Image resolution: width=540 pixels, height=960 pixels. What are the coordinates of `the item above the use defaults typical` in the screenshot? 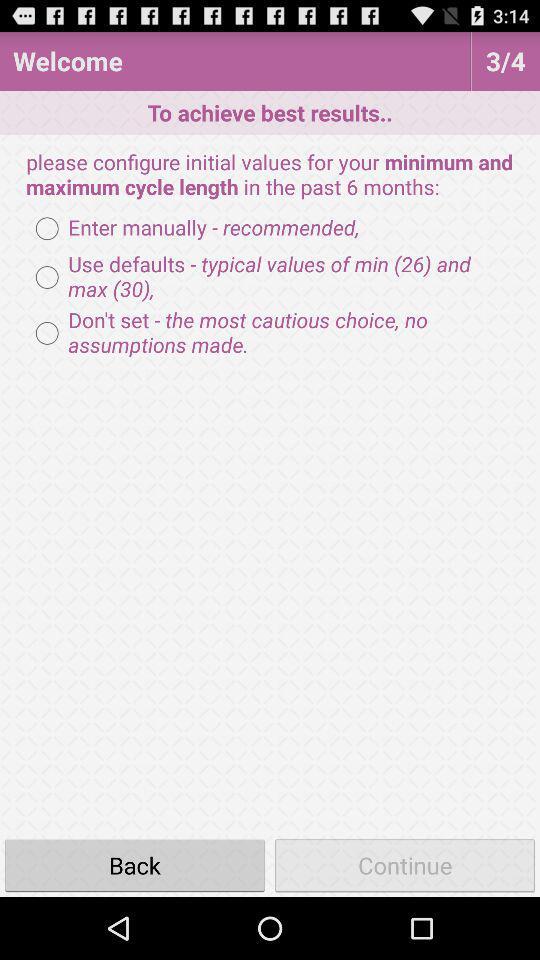 It's located at (192, 228).